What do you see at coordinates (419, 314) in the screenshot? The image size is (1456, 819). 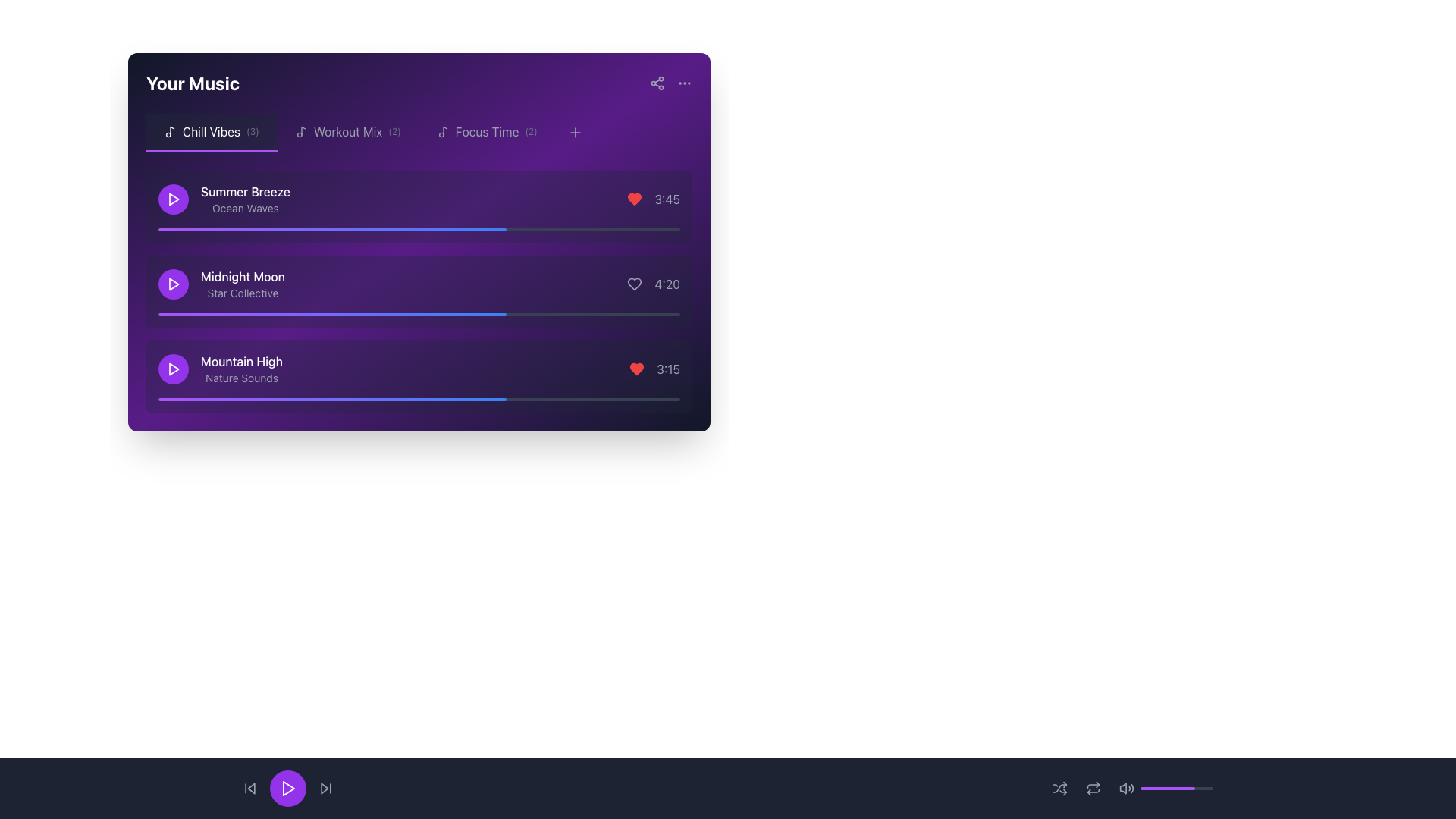 I see `the progress bar indicating the playback status of the song 'Midnight Moon' by 'Star Collective', located in the middle card of the three-song list within the 'Your Music' panel` at bounding box center [419, 314].